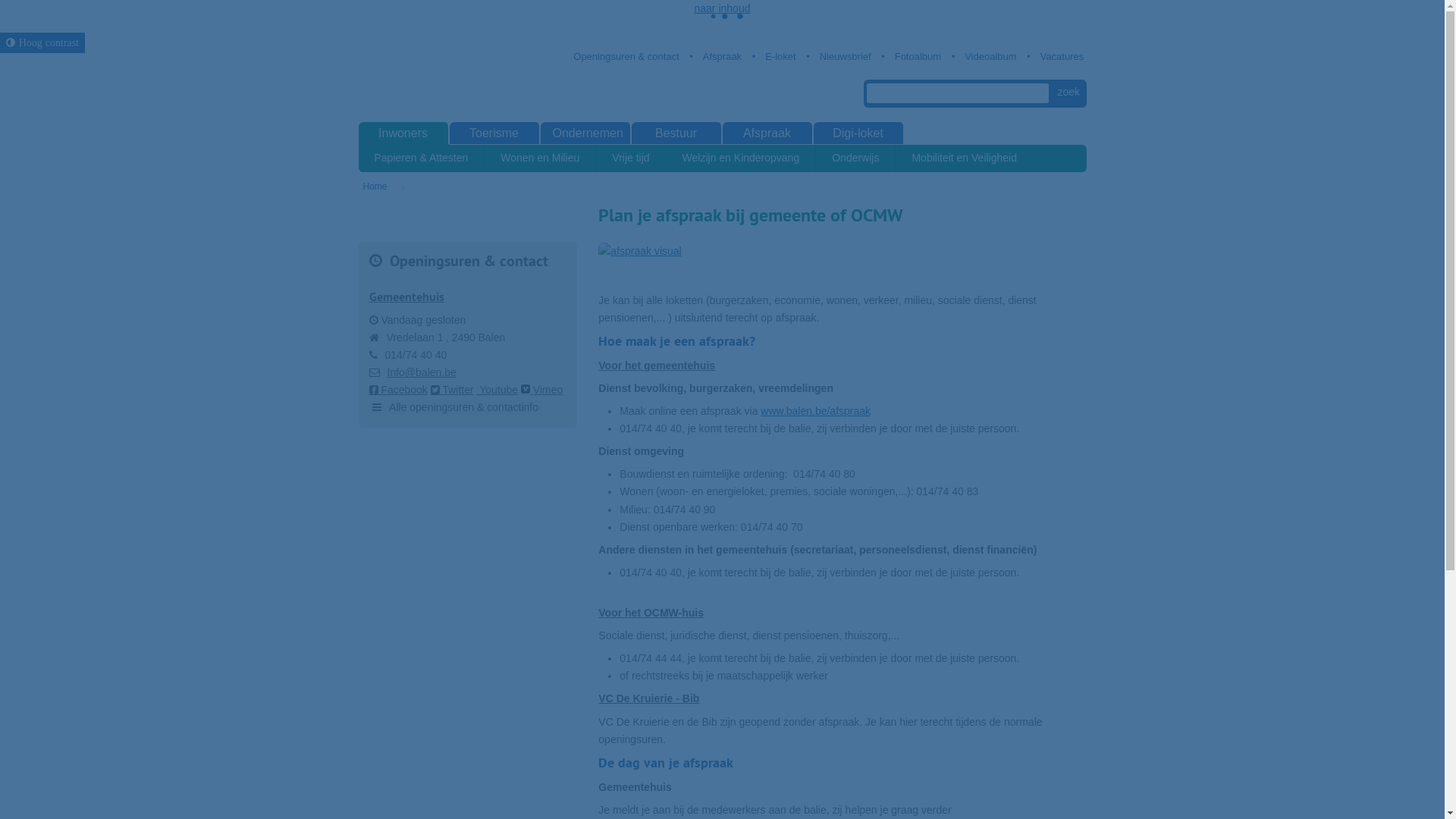  Describe the element at coordinates (439, 77) in the screenshot. I see `'Terug naar de homepage'` at that location.